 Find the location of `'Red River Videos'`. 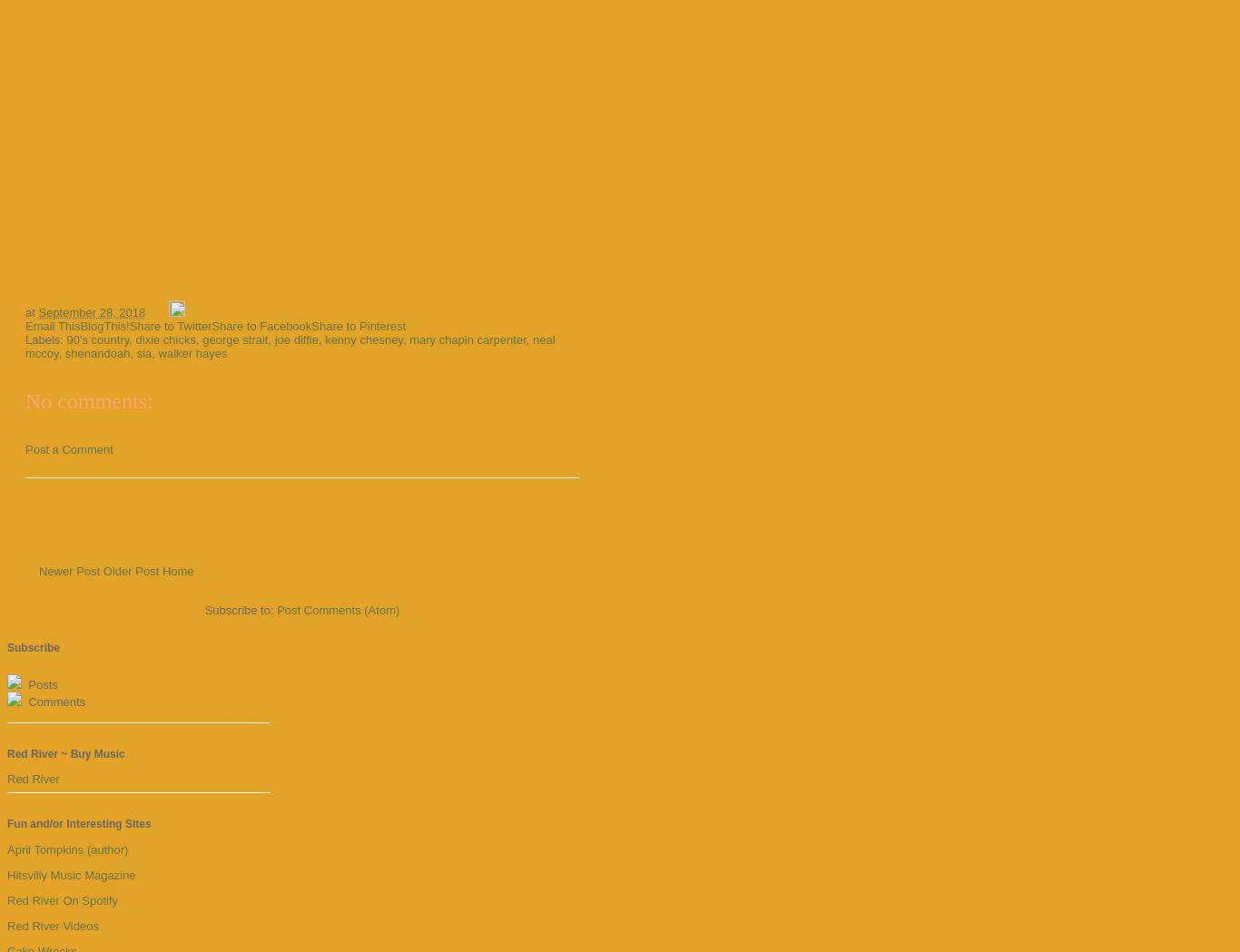

'Red River Videos' is located at coordinates (53, 925).